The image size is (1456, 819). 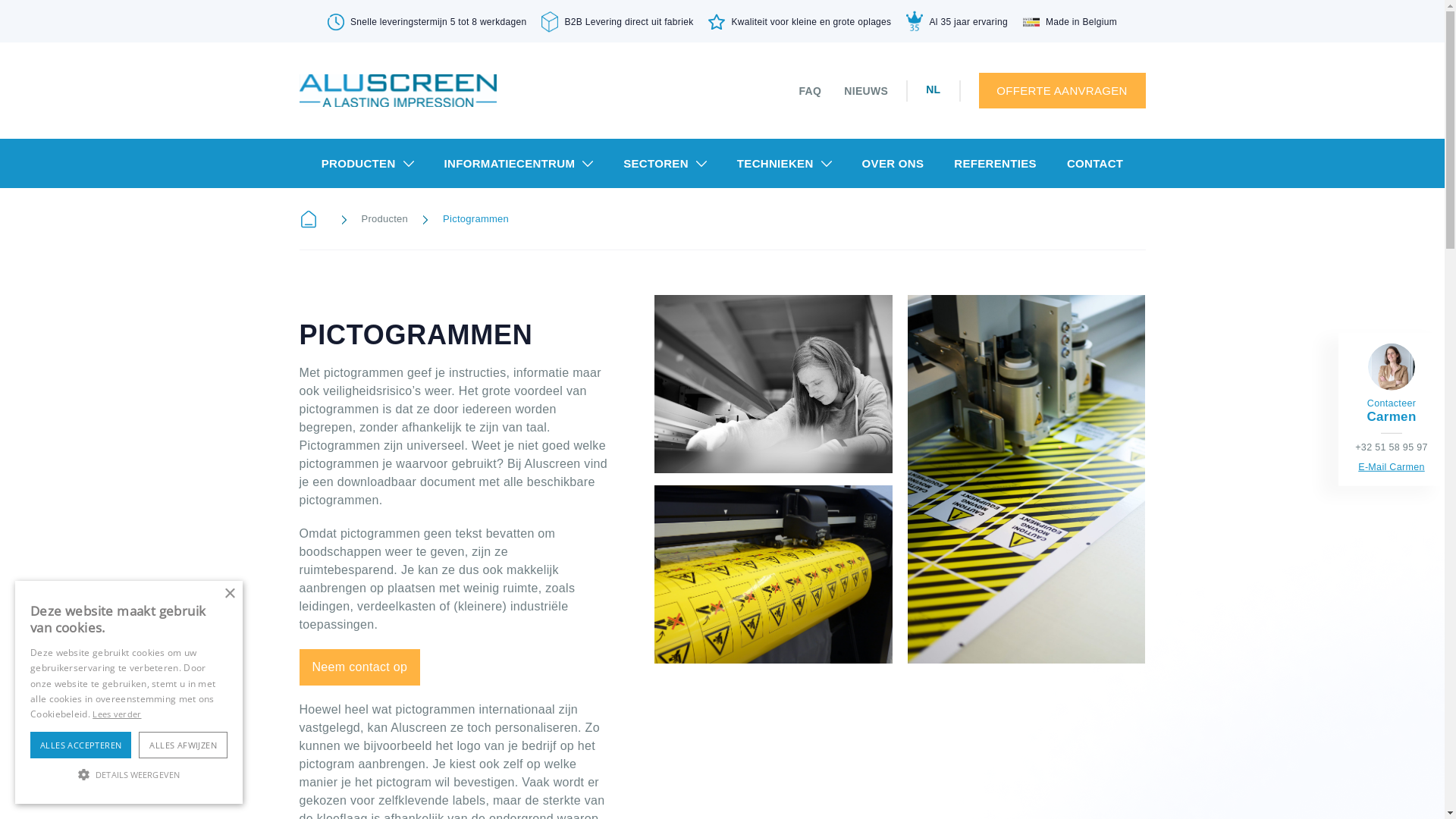 What do you see at coordinates (932, 89) in the screenshot?
I see `'NL'` at bounding box center [932, 89].